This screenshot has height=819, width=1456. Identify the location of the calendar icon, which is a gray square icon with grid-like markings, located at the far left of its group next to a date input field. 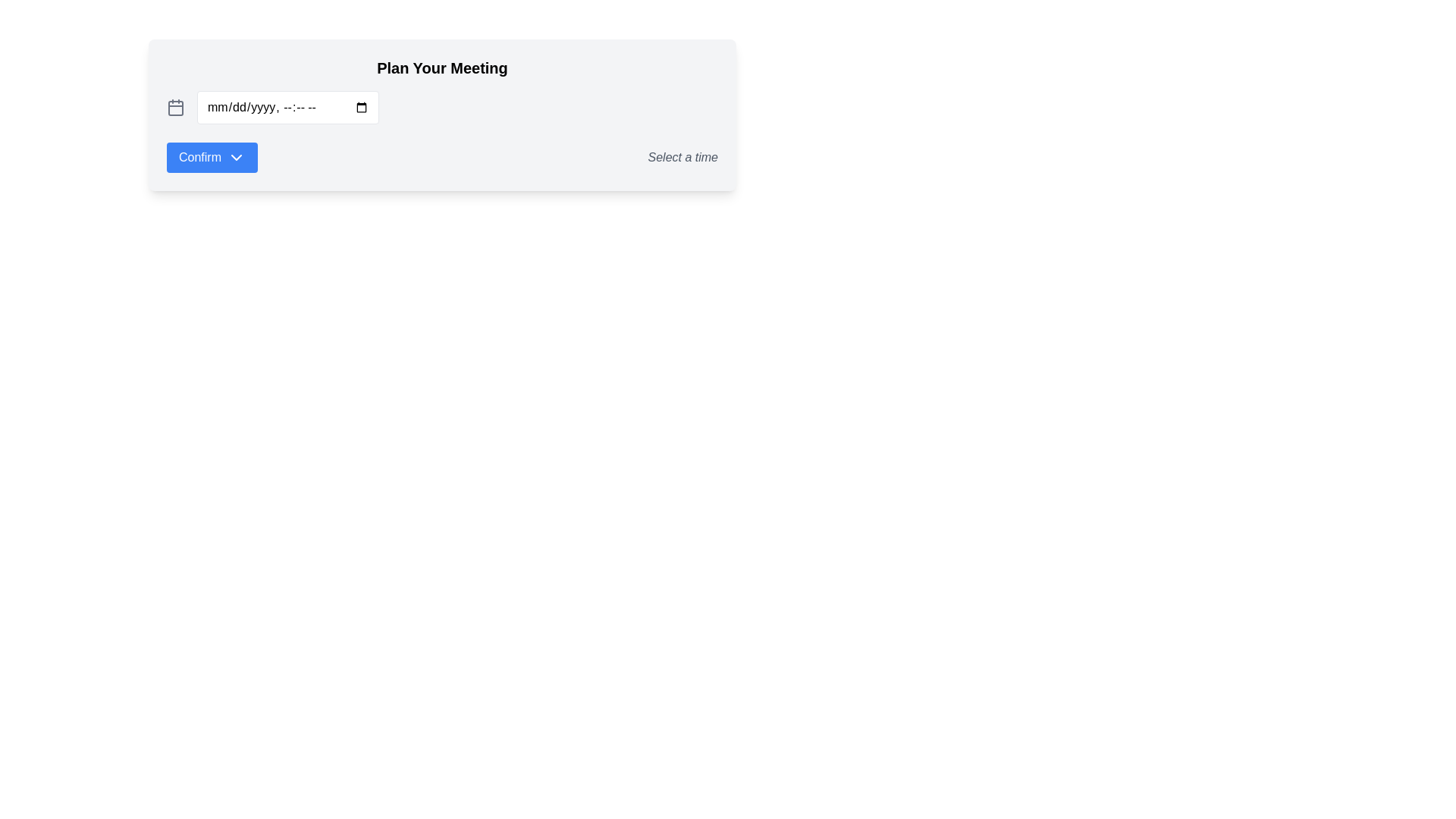
(175, 107).